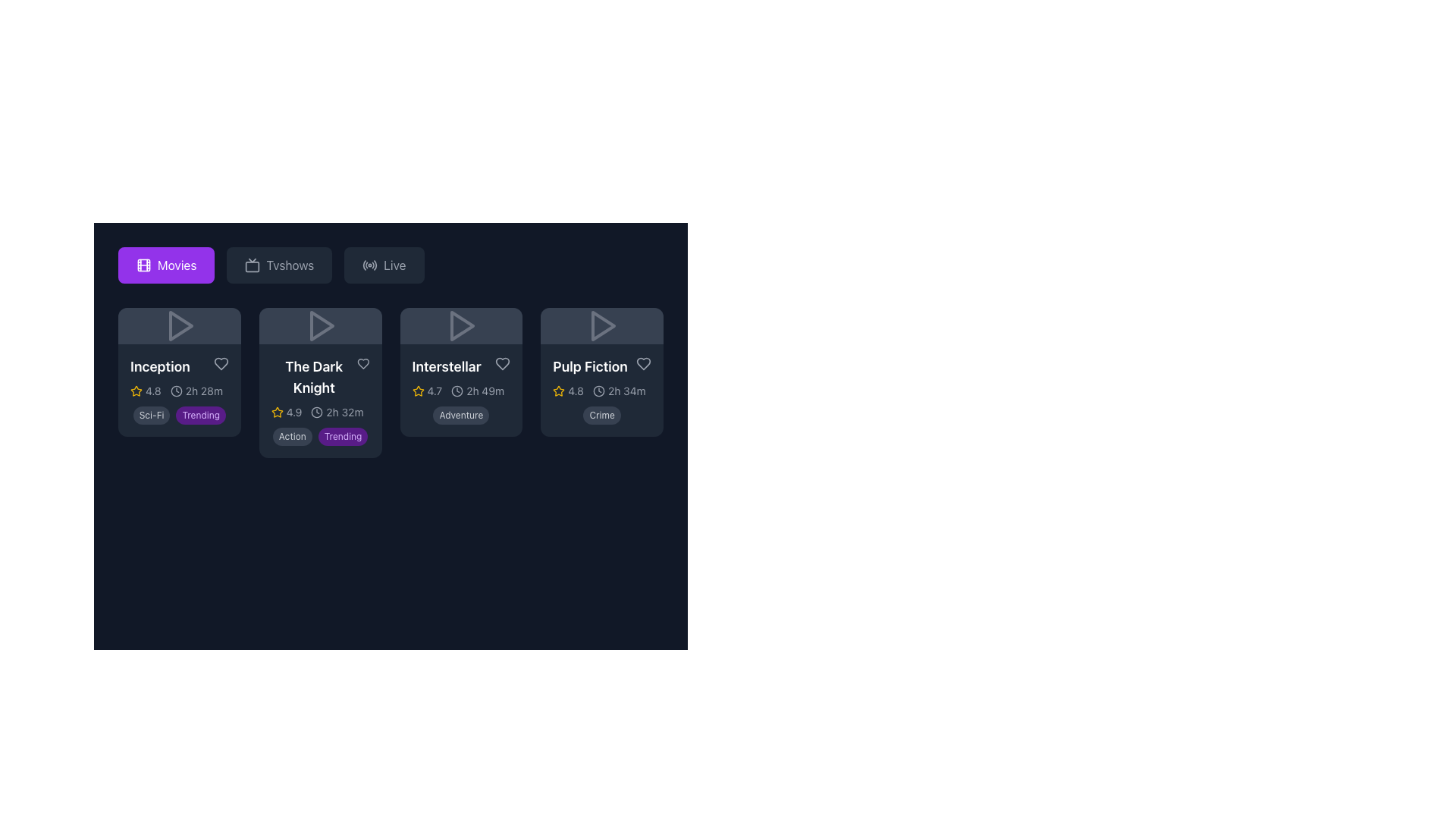  What do you see at coordinates (179, 390) in the screenshot?
I see `the tags labeled 'Sci-Fi' and 'Trending' within the information card for the movie 'Inception'` at bounding box center [179, 390].